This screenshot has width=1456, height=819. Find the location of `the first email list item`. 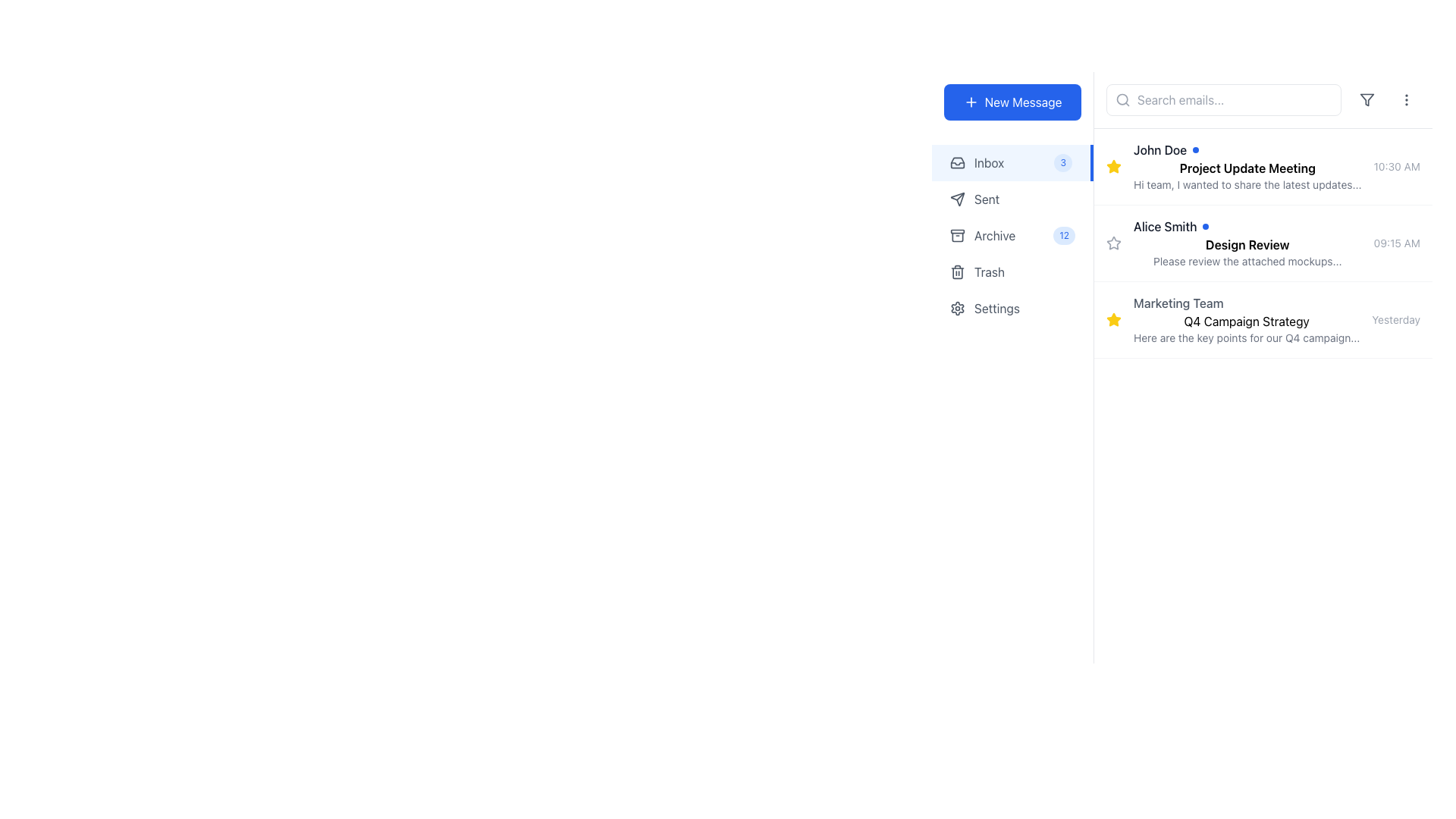

the first email list item is located at coordinates (1263, 166).